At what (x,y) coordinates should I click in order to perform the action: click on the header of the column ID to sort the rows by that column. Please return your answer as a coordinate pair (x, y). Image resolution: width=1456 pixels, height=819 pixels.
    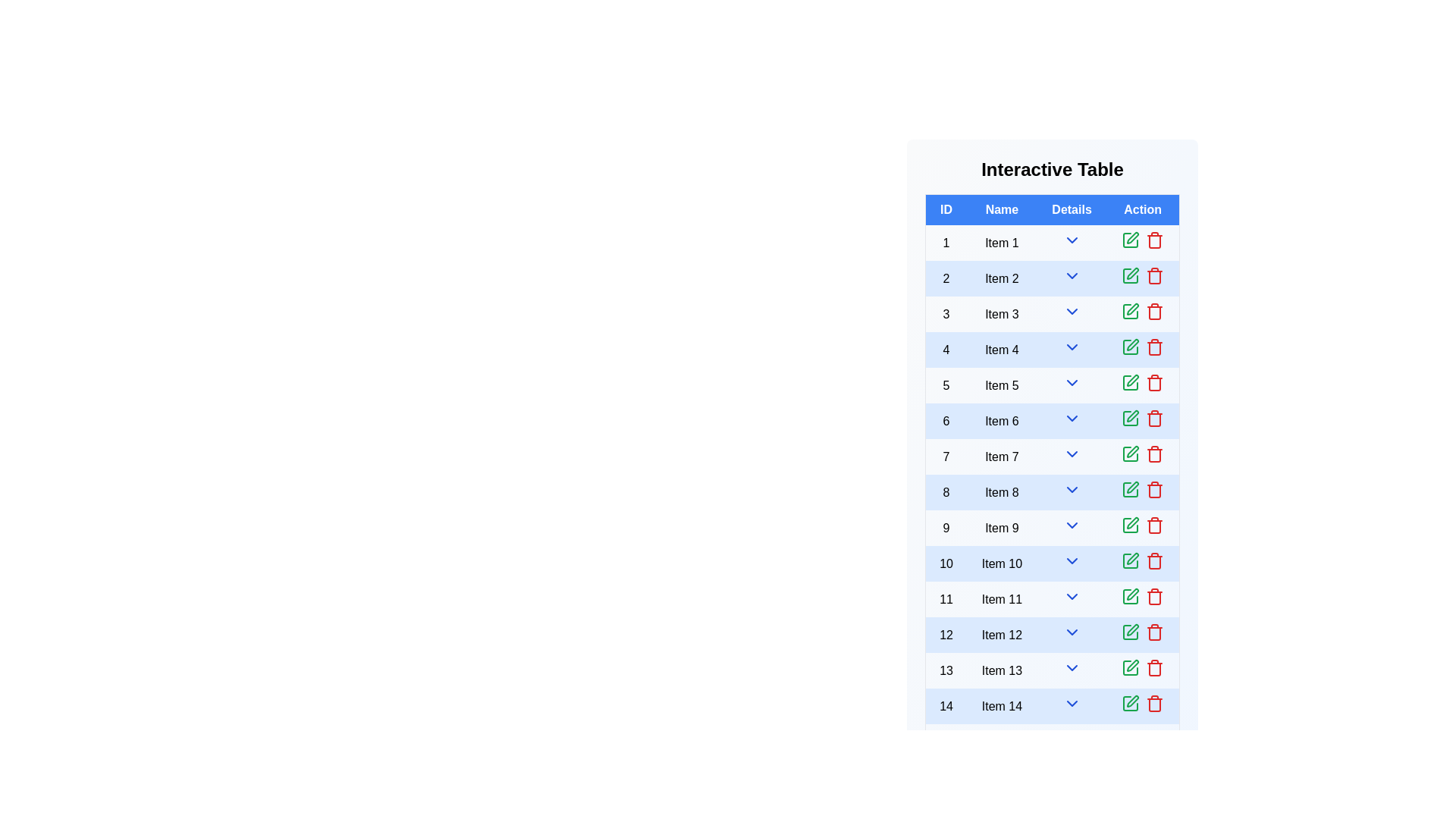
    Looking at the image, I should click on (945, 209).